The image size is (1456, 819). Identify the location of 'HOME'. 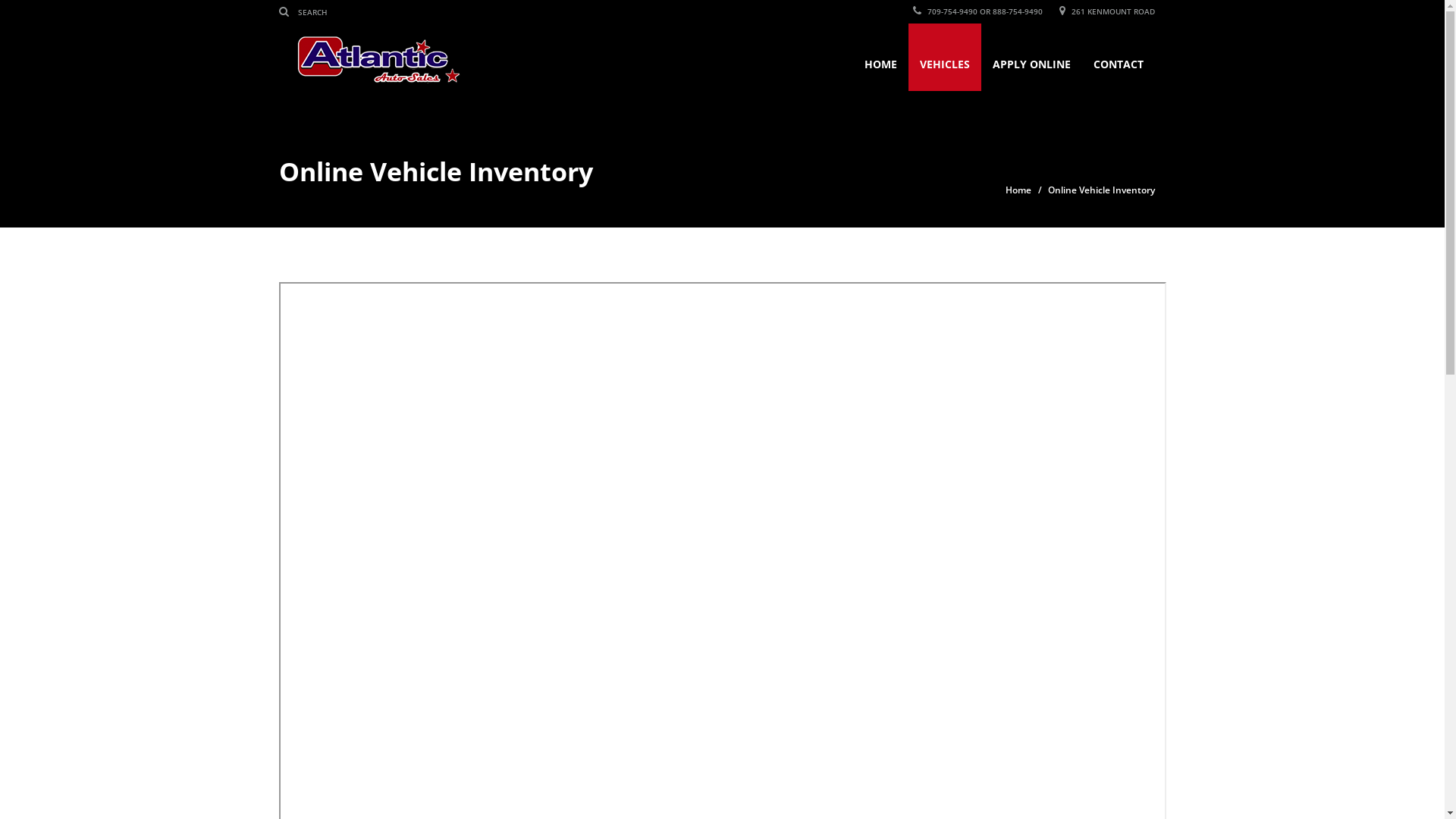
(880, 56).